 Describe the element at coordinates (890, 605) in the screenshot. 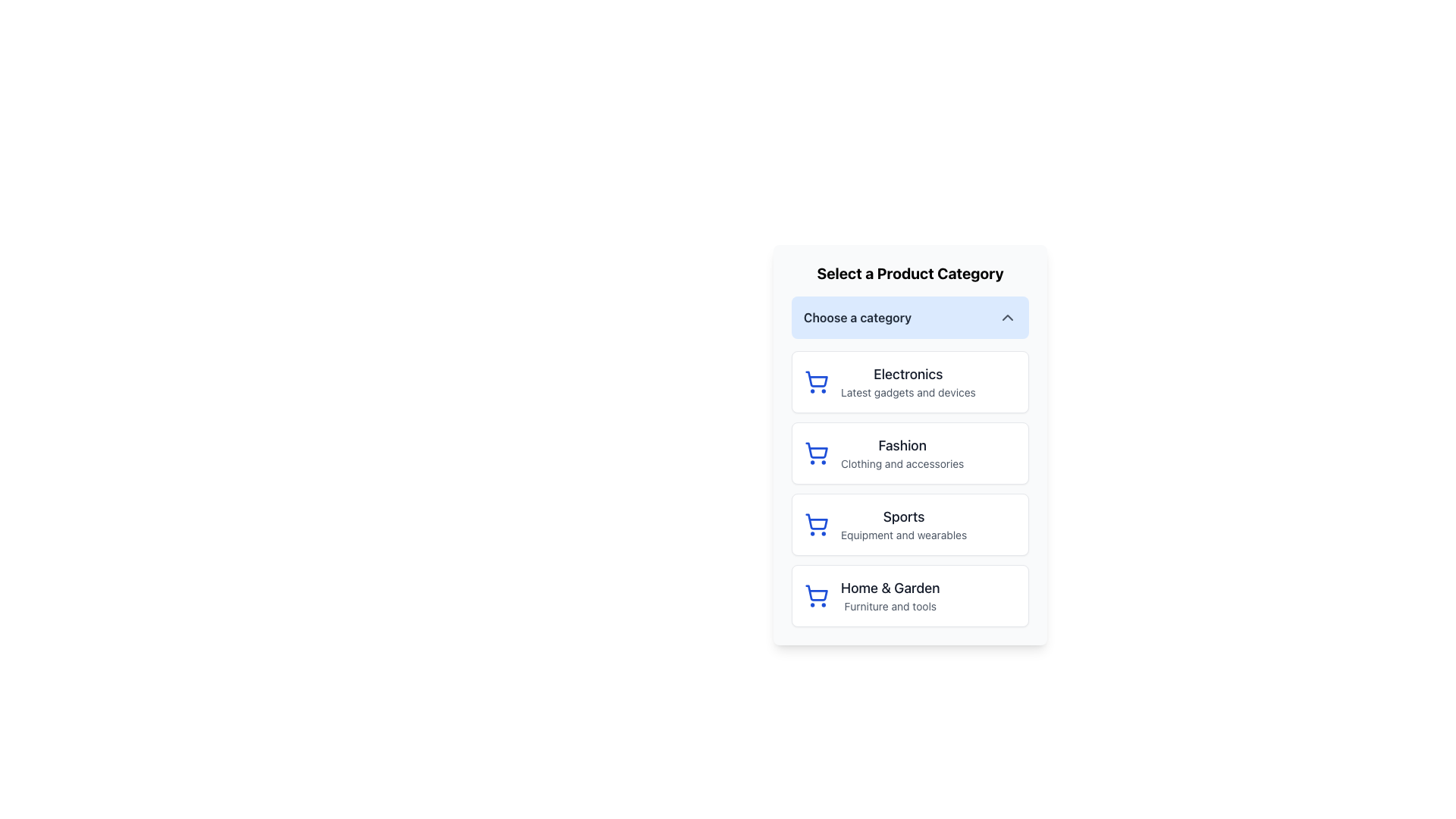

I see `the text label displaying 'Furniture and tools', which is located beneath the 'Home & Garden' title and styled in a smaller font` at that location.